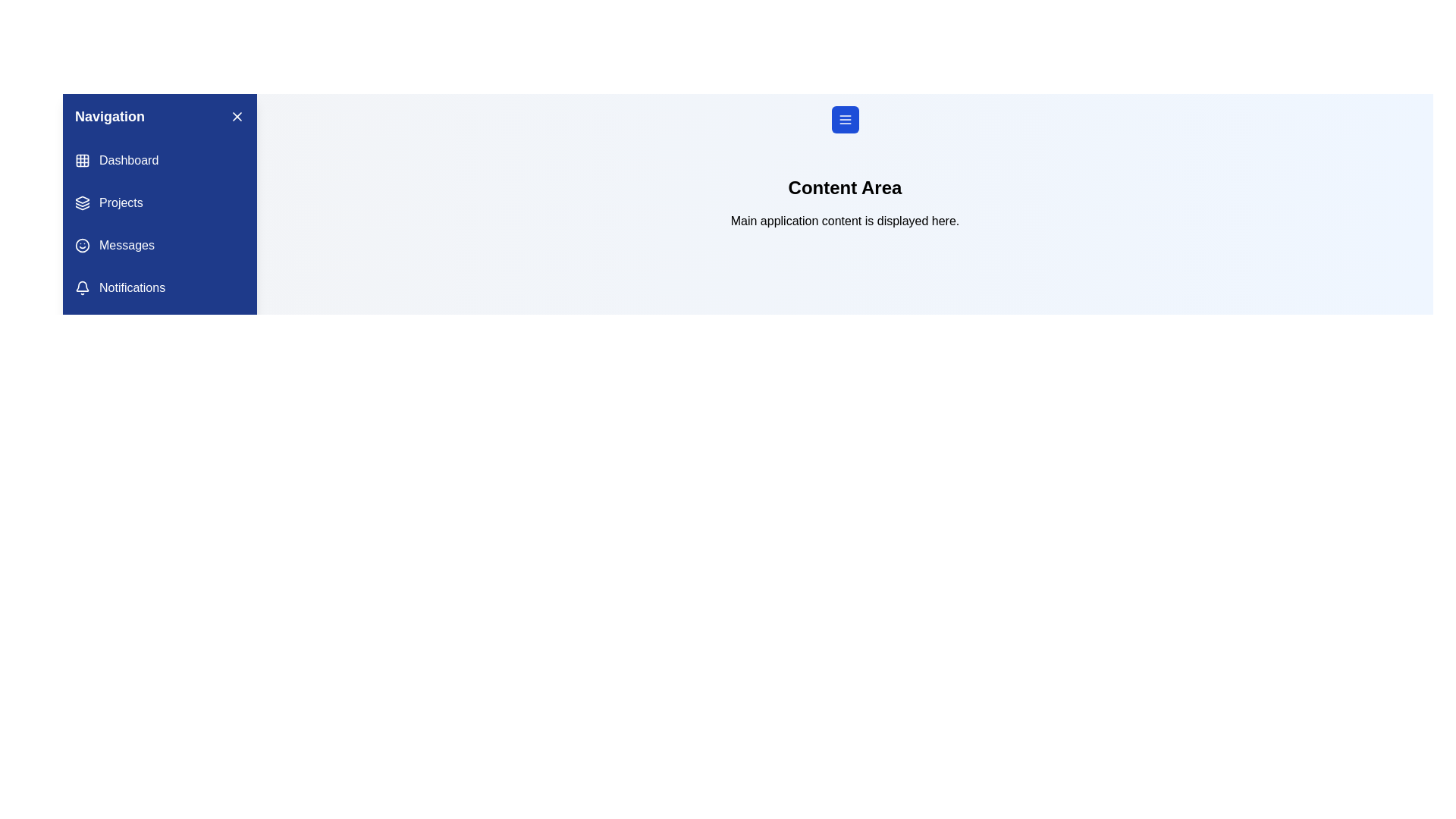  Describe the element at coordinates (160, 202) in the screenshot. I see `the navigation menu item labeled Projects` at that location.